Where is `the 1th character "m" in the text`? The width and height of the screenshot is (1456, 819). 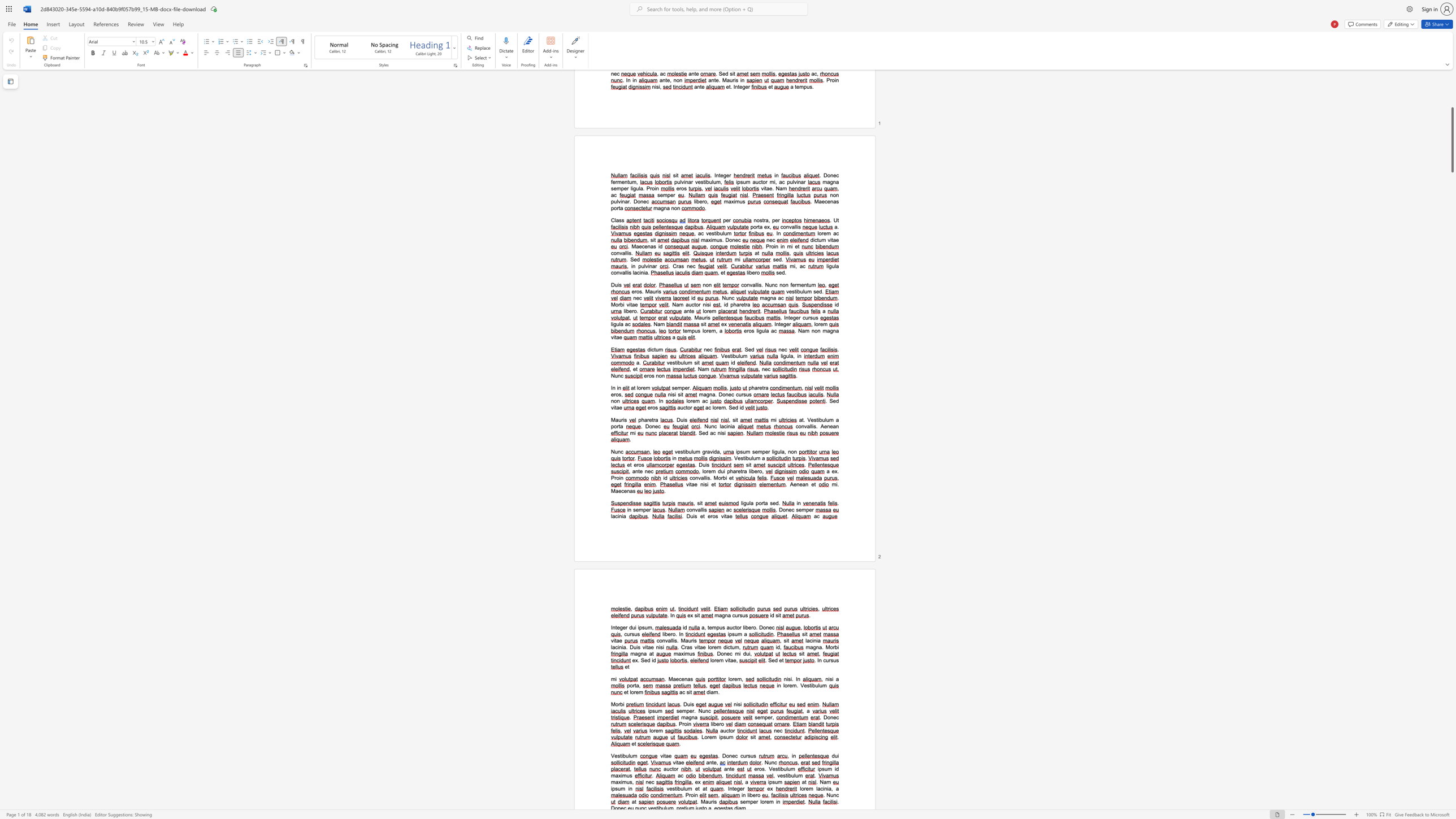 the 1th character "m" in the text is located at coordinates (684, 710).